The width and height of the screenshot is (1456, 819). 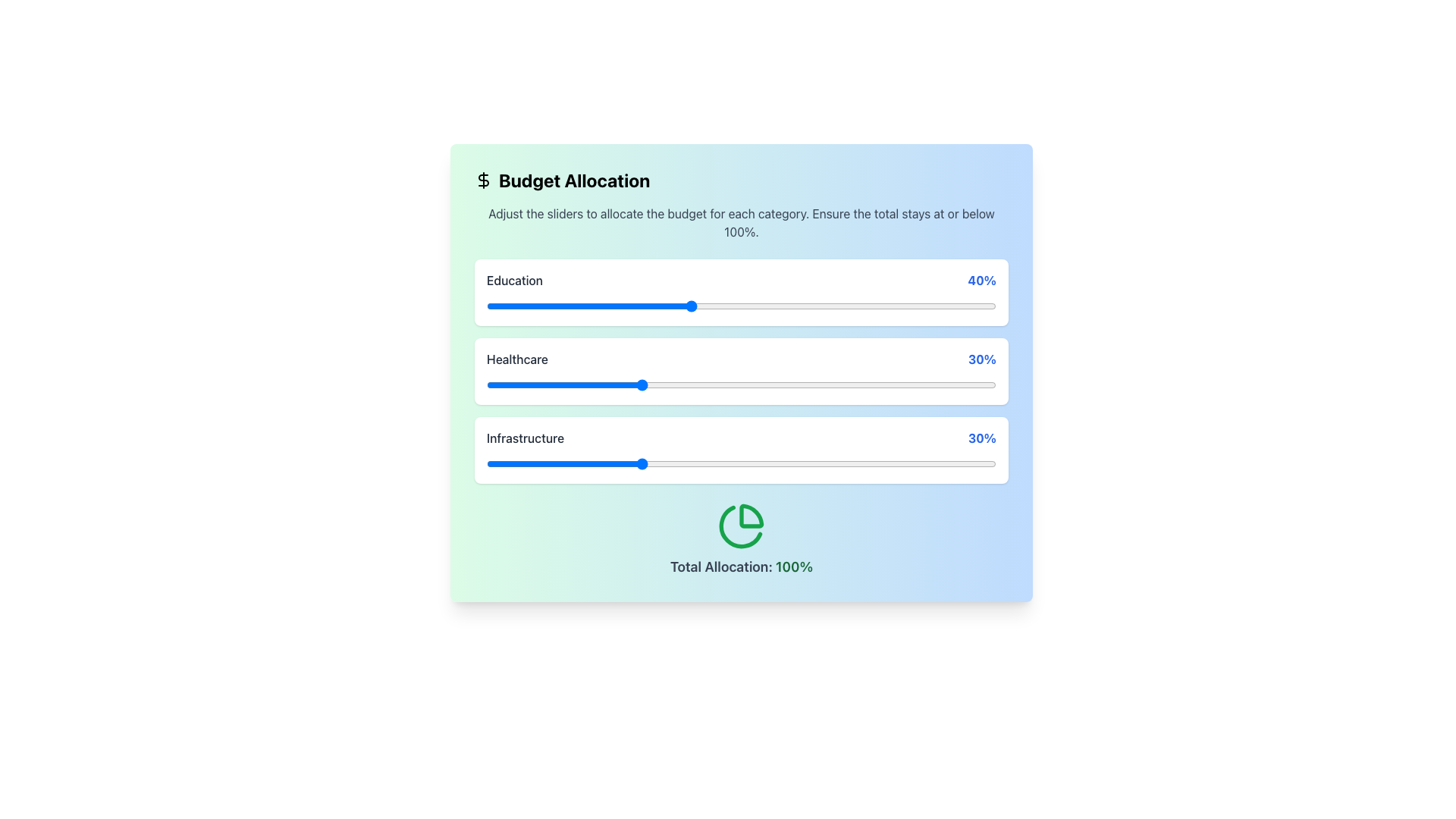 I want to click on healthcare budget allocation, so click(x=889, y=384).